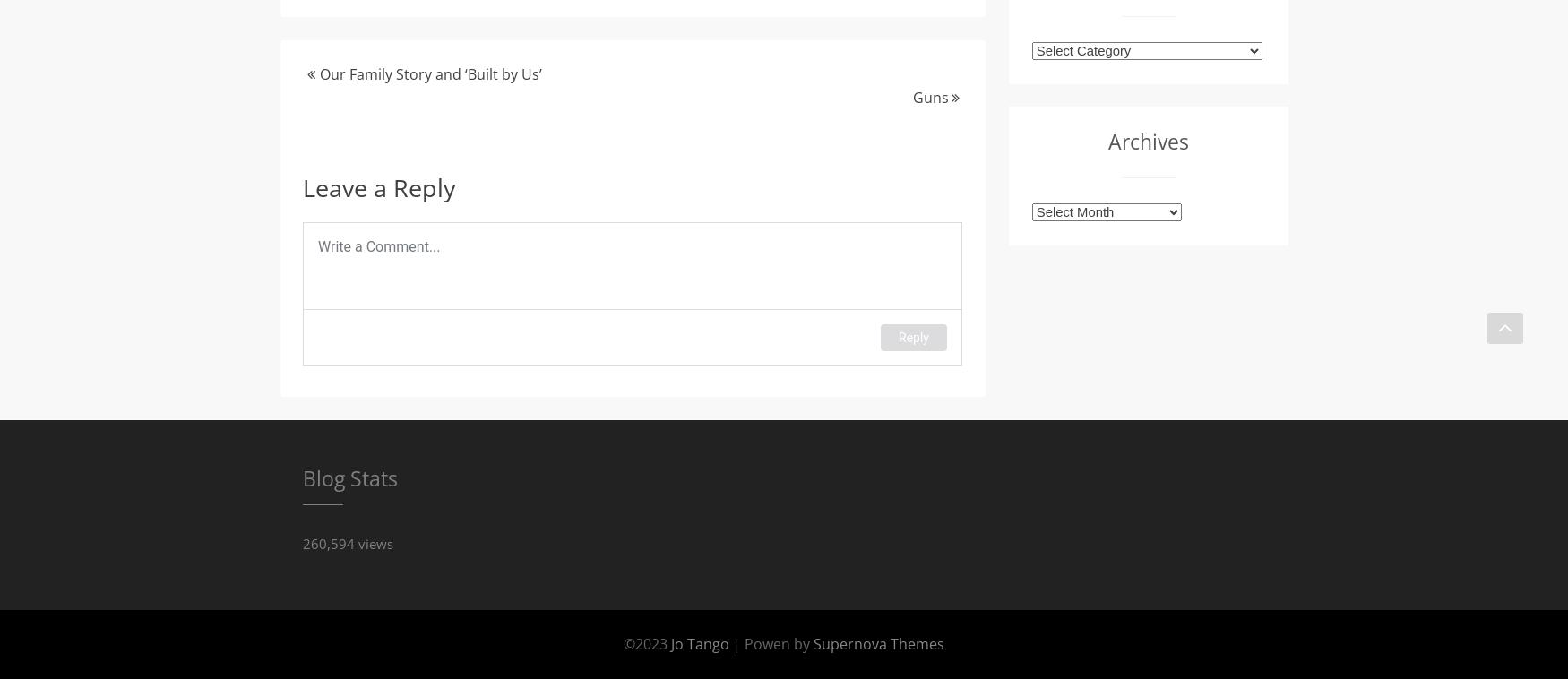  I want to click on '|', so click(737, 642).